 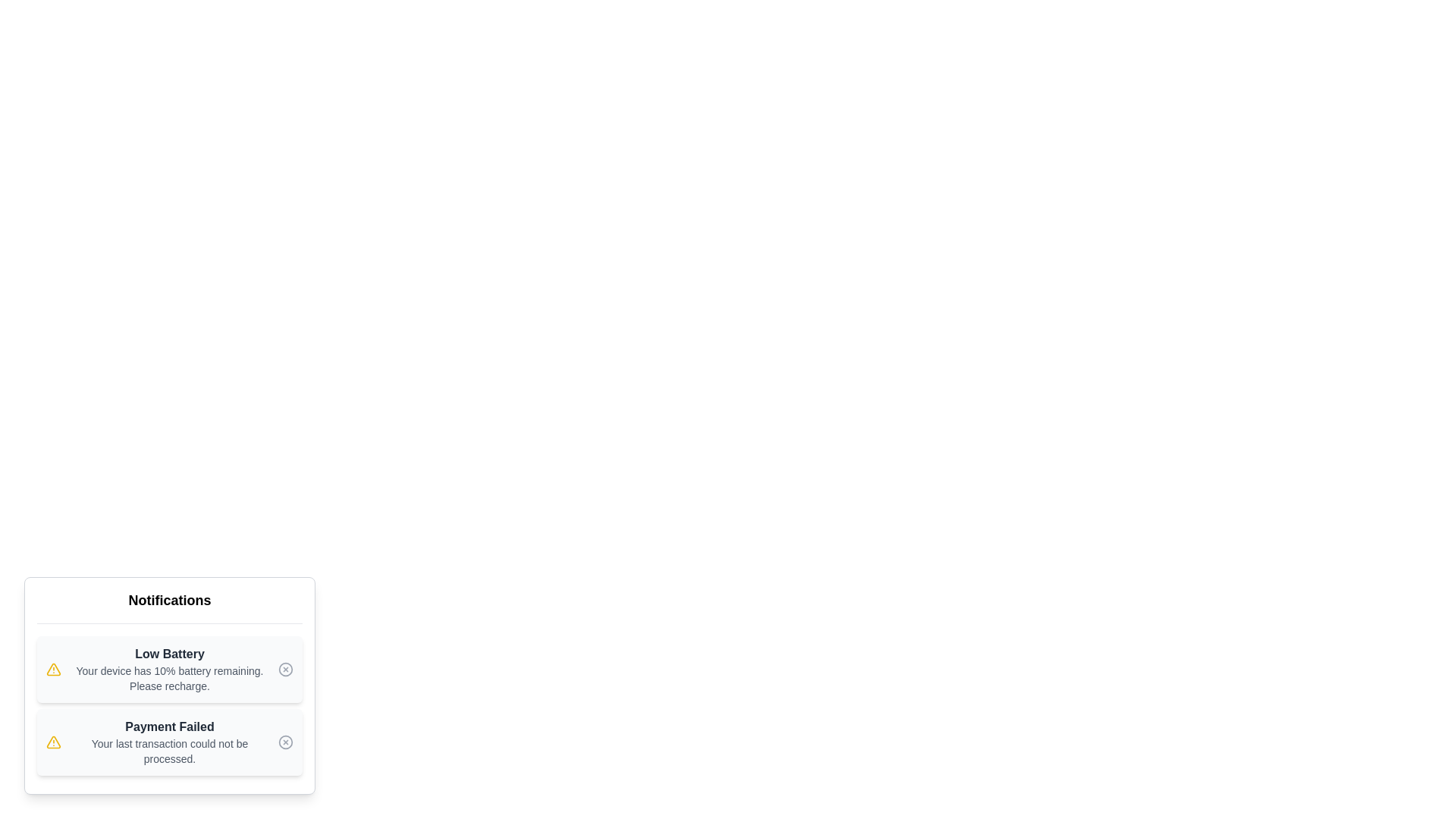 What do you see at coordinates (170, 677) in the screenshot?
I see `text content of the text label that displays 'Your device has 10% battery remaining. Please recharge.' located below the 'Low Battery' title` at bounding box center [170, 677].